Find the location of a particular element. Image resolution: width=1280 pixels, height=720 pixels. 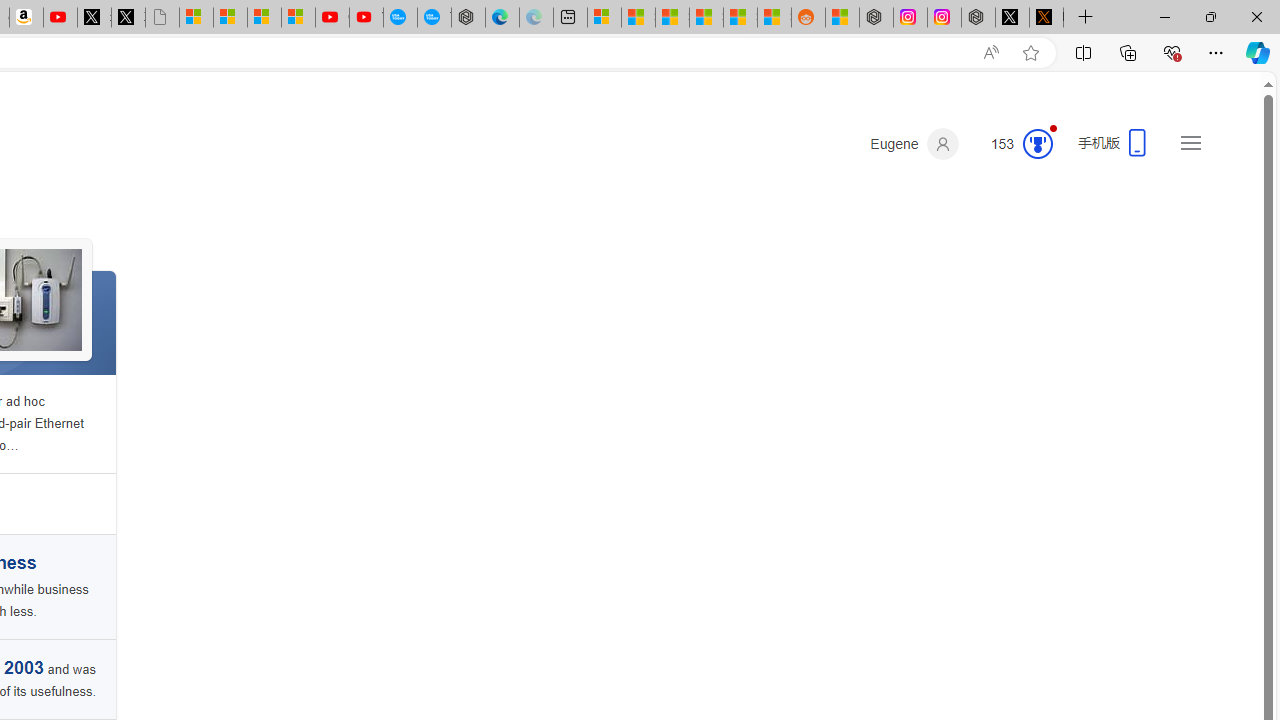

'Eugene' is located at coordinates (913, 143).